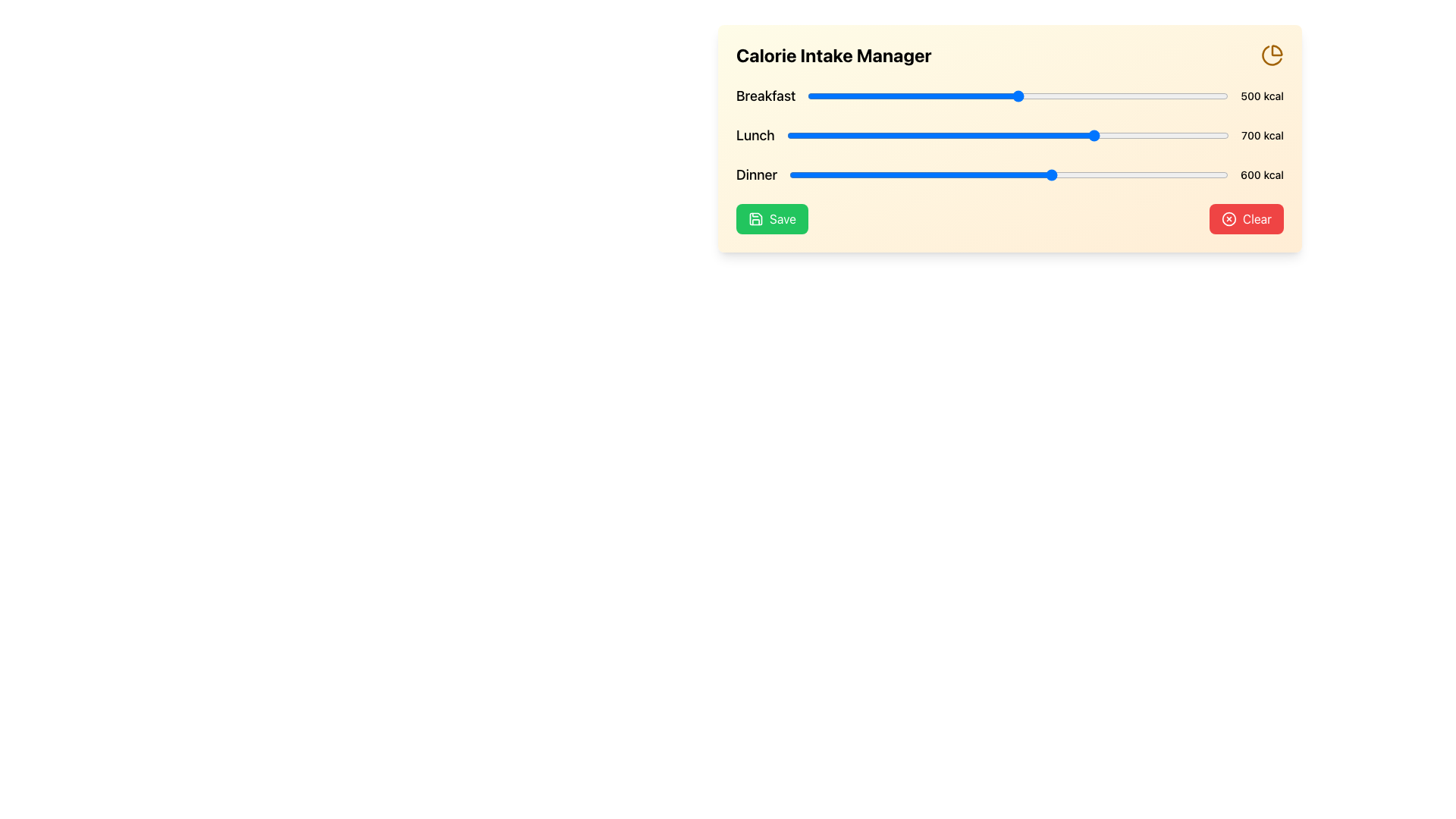  Describe the element at coordinates (1263, 134) in the screenshot. I see `the static text label displaying the numeric value of 700 kcal associated with the 'Lunch' section, which is located to the far right of the 'Lunch' label and the horizontal slider, aligned with the 'Lunch' section` at that location.